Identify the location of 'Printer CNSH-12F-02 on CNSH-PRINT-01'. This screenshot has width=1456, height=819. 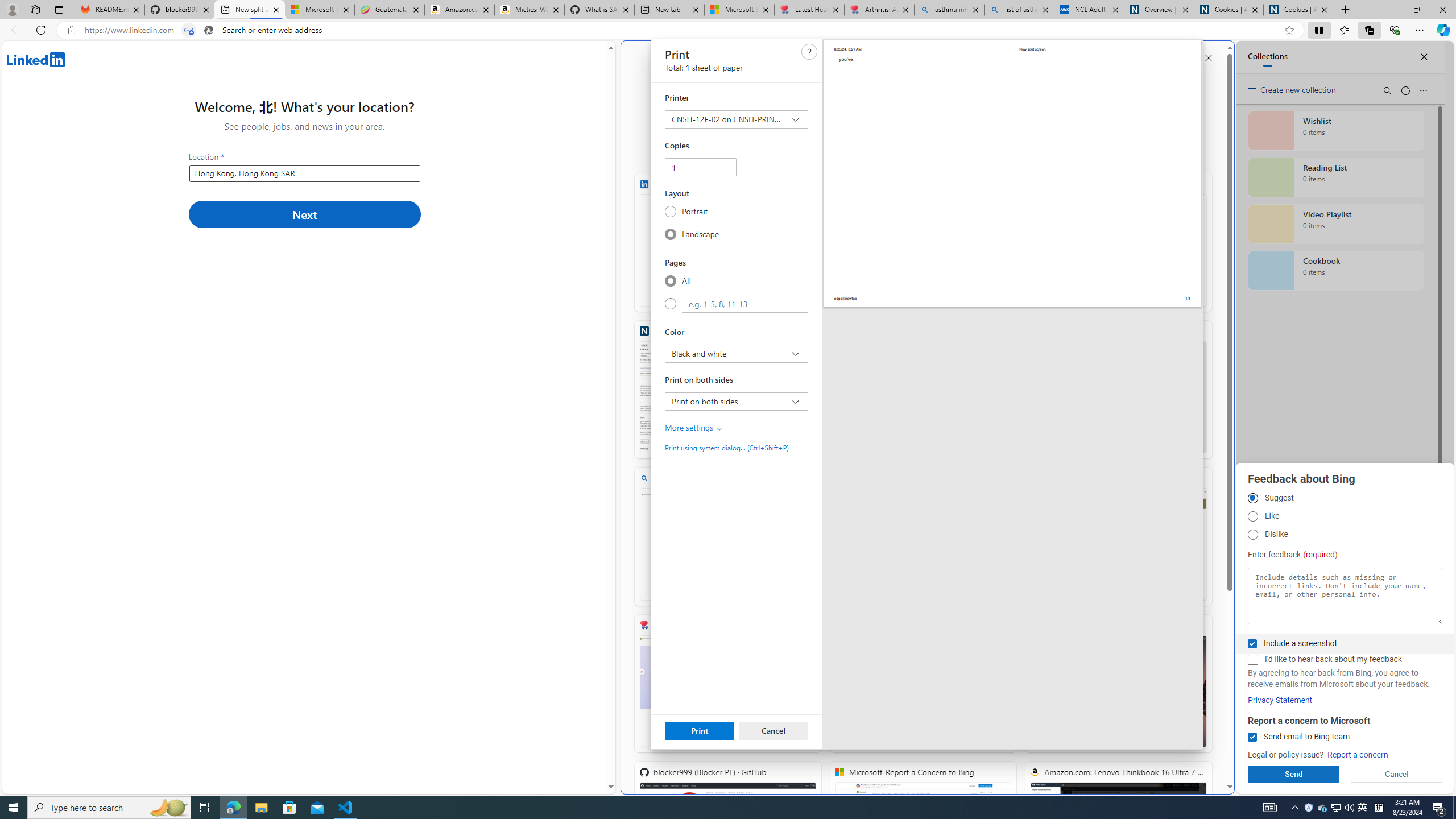
(737, 119).